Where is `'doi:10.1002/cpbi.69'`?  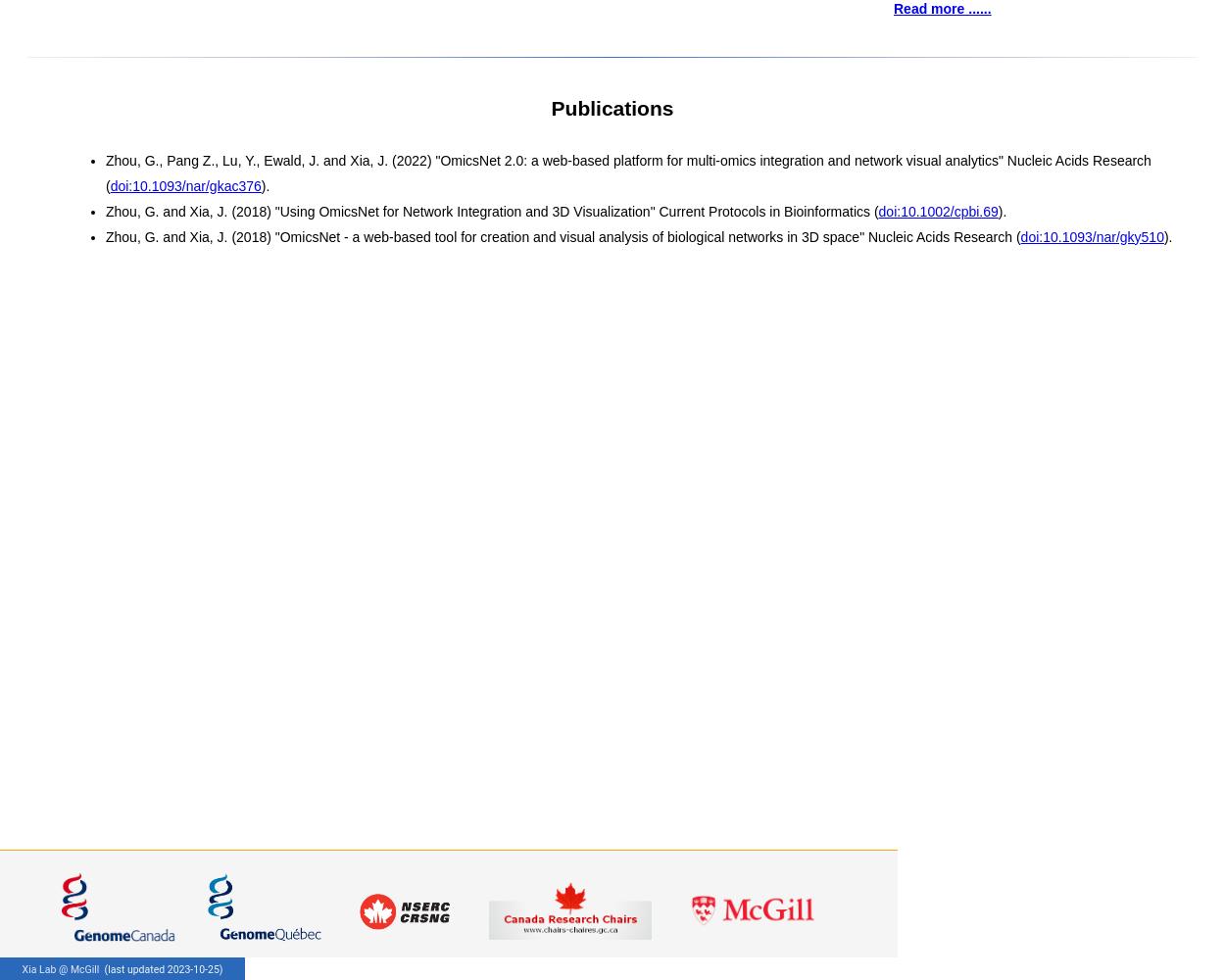
'doi:10.1002/cpbi.69' is located at coordinates (936, 210).